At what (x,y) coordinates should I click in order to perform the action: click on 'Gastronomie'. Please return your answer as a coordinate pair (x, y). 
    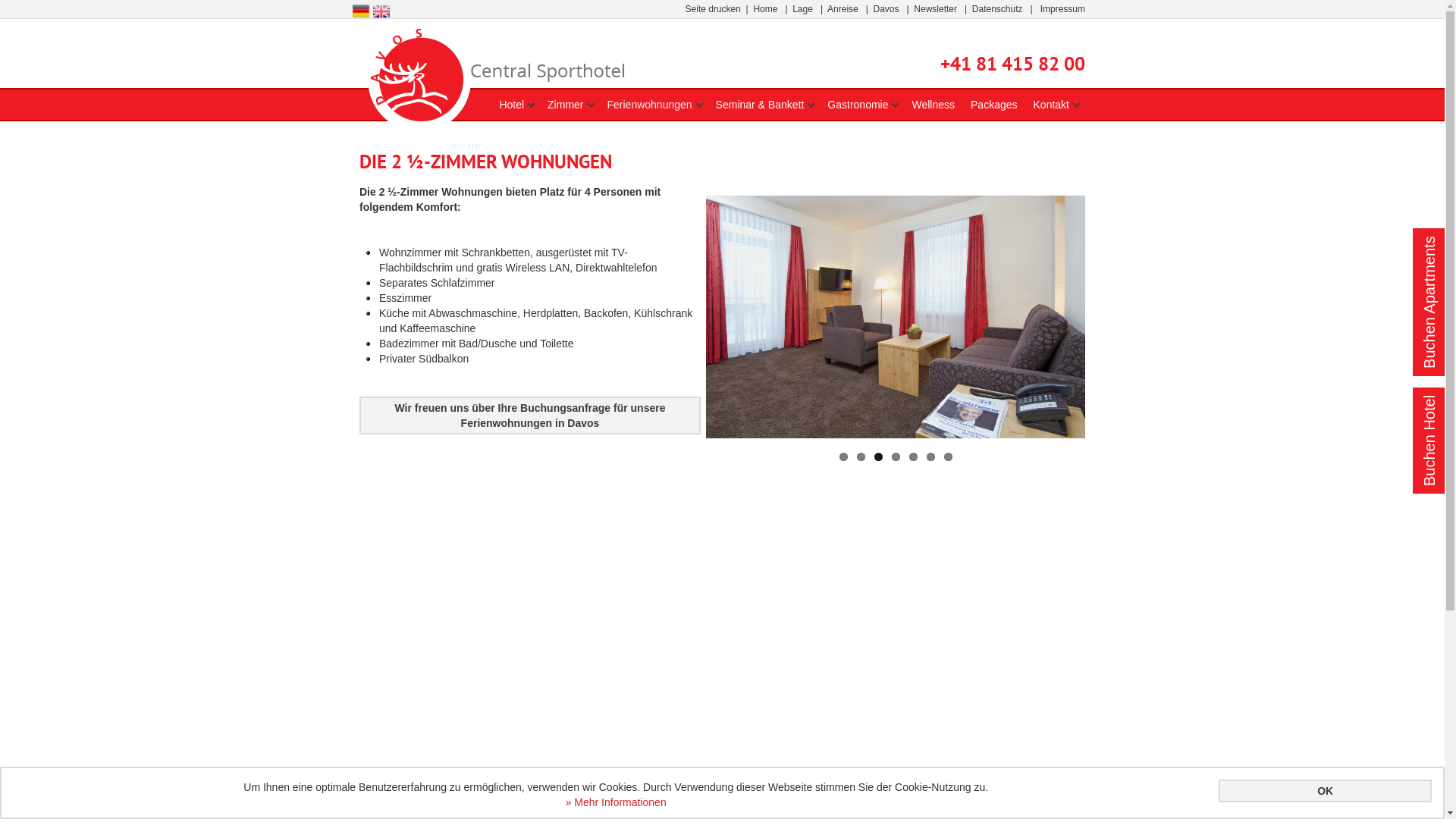
    Looking at the image, I should click on (858, 104).